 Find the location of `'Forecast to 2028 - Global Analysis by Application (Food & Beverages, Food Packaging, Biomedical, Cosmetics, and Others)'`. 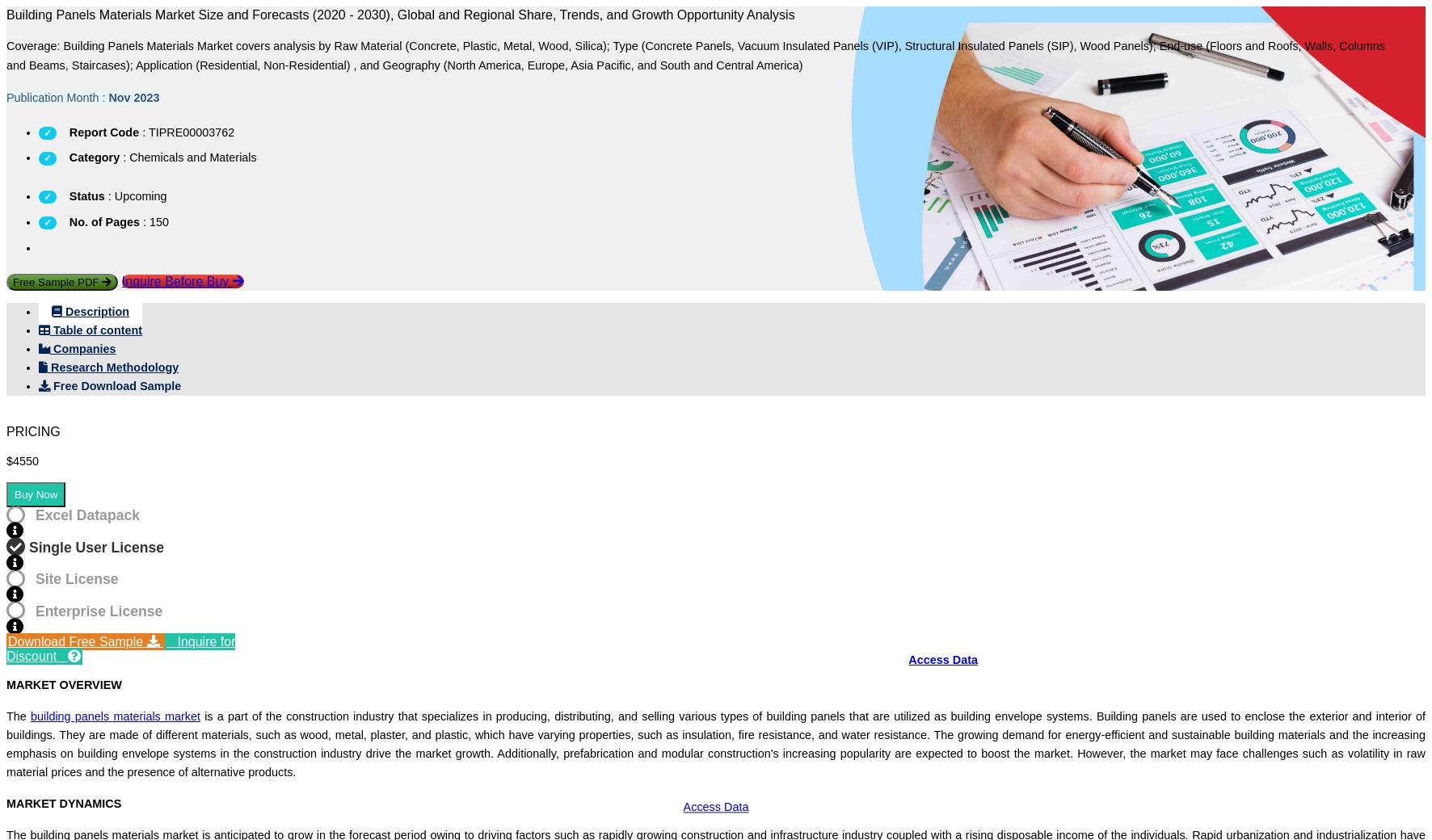

'Forecast to 2028 - Global Analysis by Application (Food & Beverages, Food Packaging, Biomedical, Cosmetics, and Others)' is located at coordinates (325, 328).